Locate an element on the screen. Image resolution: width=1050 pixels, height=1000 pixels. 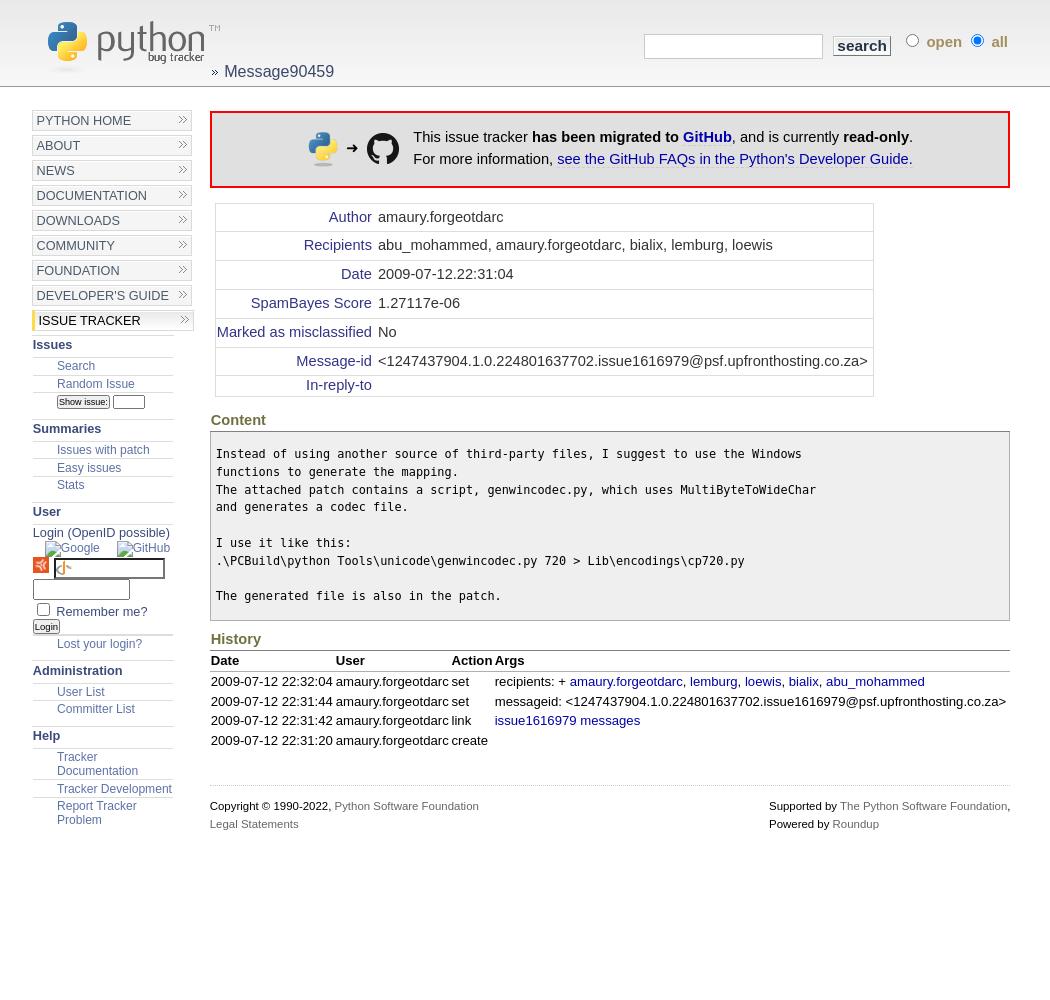
'Marked as misclassified' is located at coordinates (292, 330).